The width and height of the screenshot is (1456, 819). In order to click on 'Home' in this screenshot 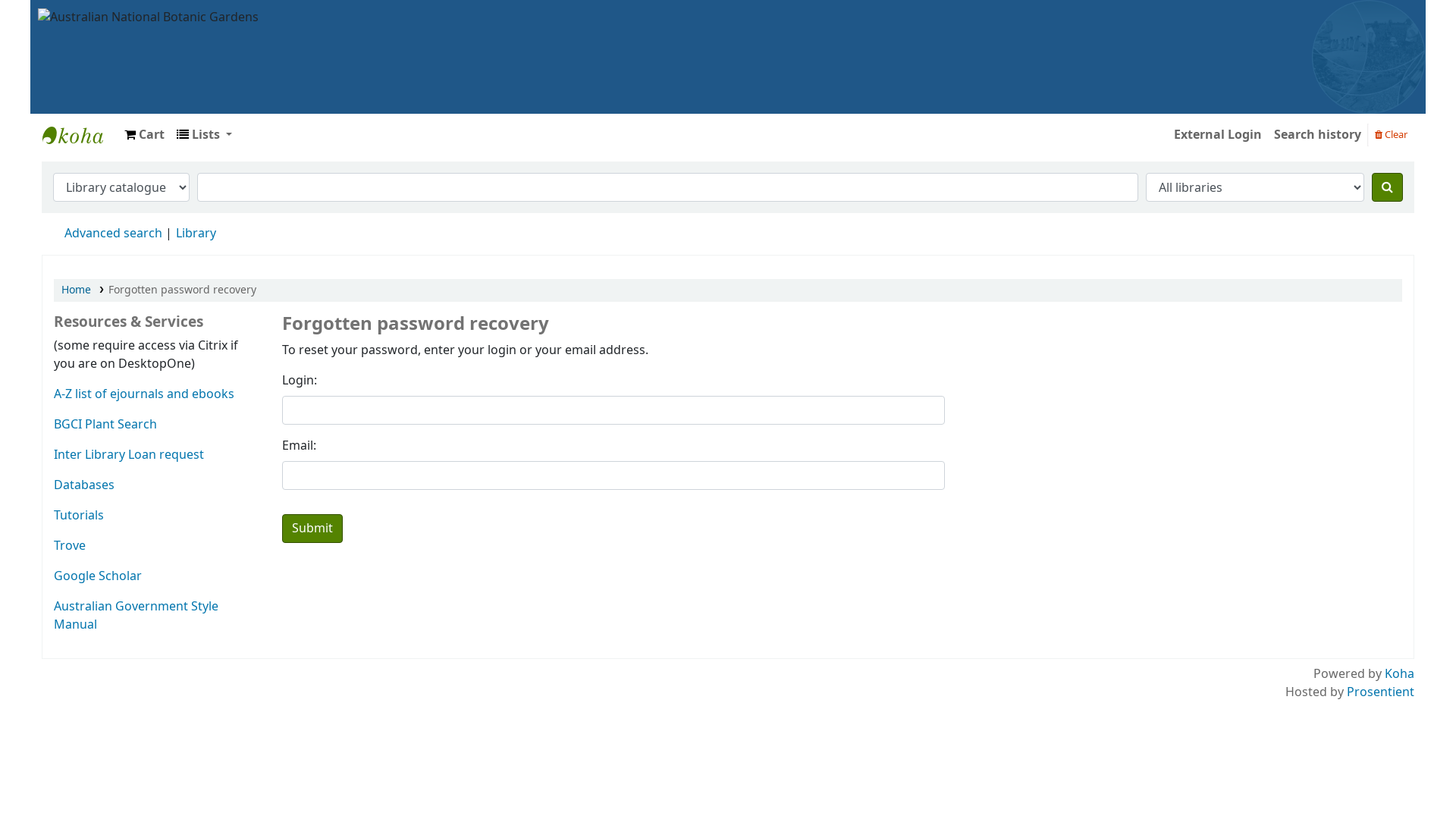, I will do `click(75, 290)`.